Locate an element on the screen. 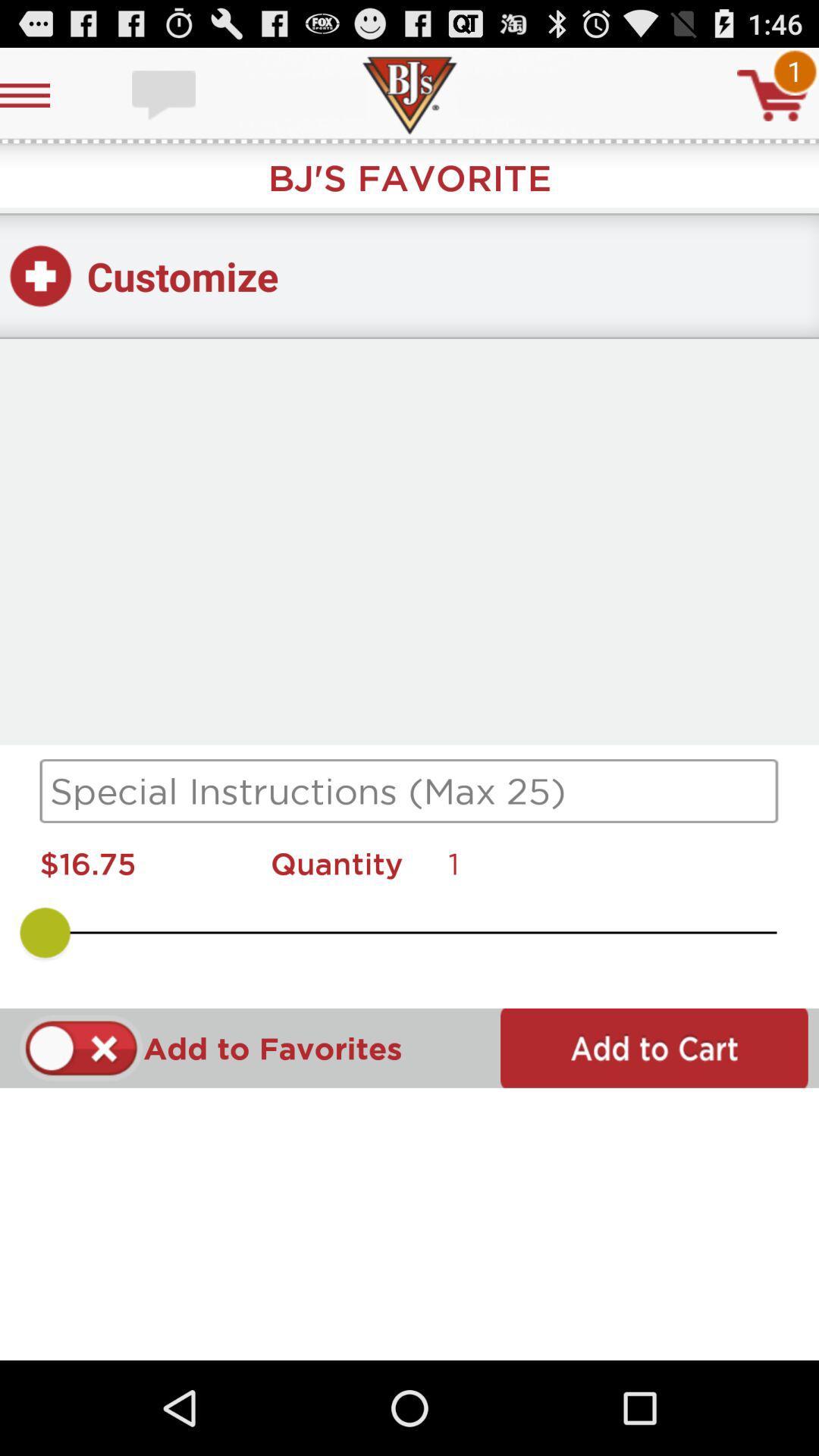  to cart is located at coordinates (653, 1047).